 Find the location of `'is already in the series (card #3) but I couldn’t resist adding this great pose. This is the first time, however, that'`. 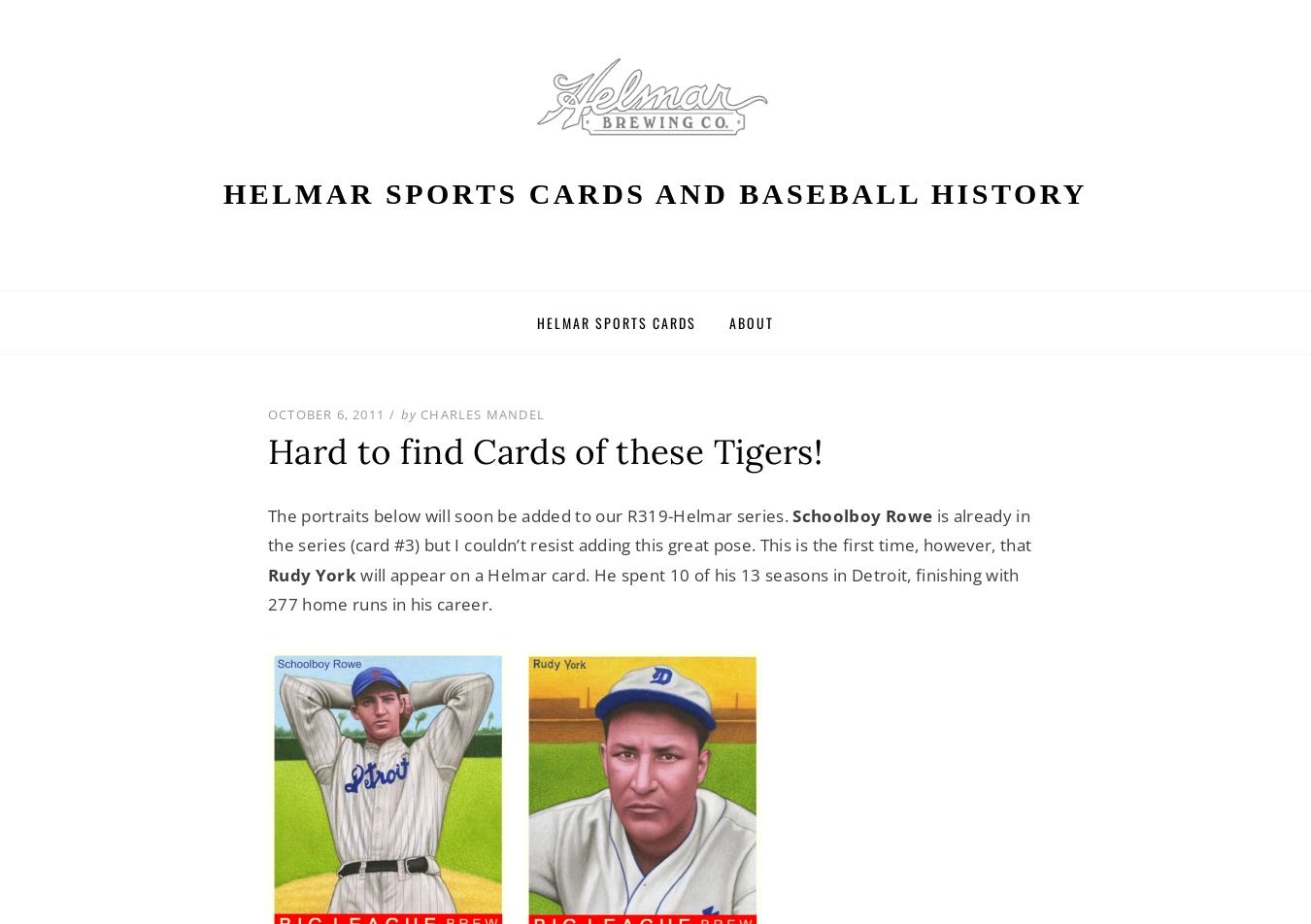

'is already in the series (card #3) but I couldn’t resist adding this great pose. This is the first time, however, that' is located at coordinates (650, 529).